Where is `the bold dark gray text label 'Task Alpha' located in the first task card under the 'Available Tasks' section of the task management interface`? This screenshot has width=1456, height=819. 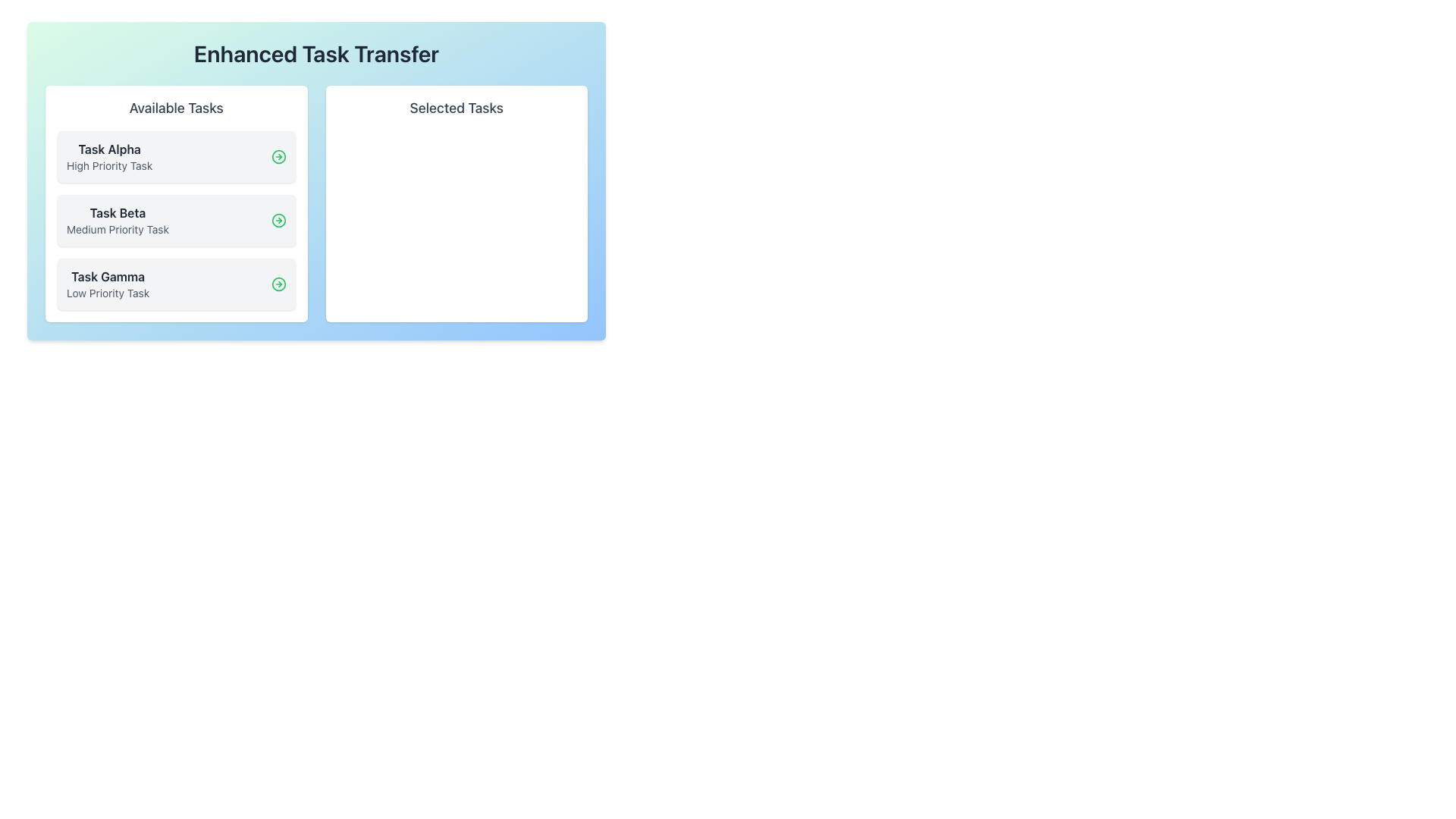 the bold dark gray text label 'Task Alpha' located in the first task card under the 'Available Tasks' section of the task management interface is located at coordinates (108, 149).